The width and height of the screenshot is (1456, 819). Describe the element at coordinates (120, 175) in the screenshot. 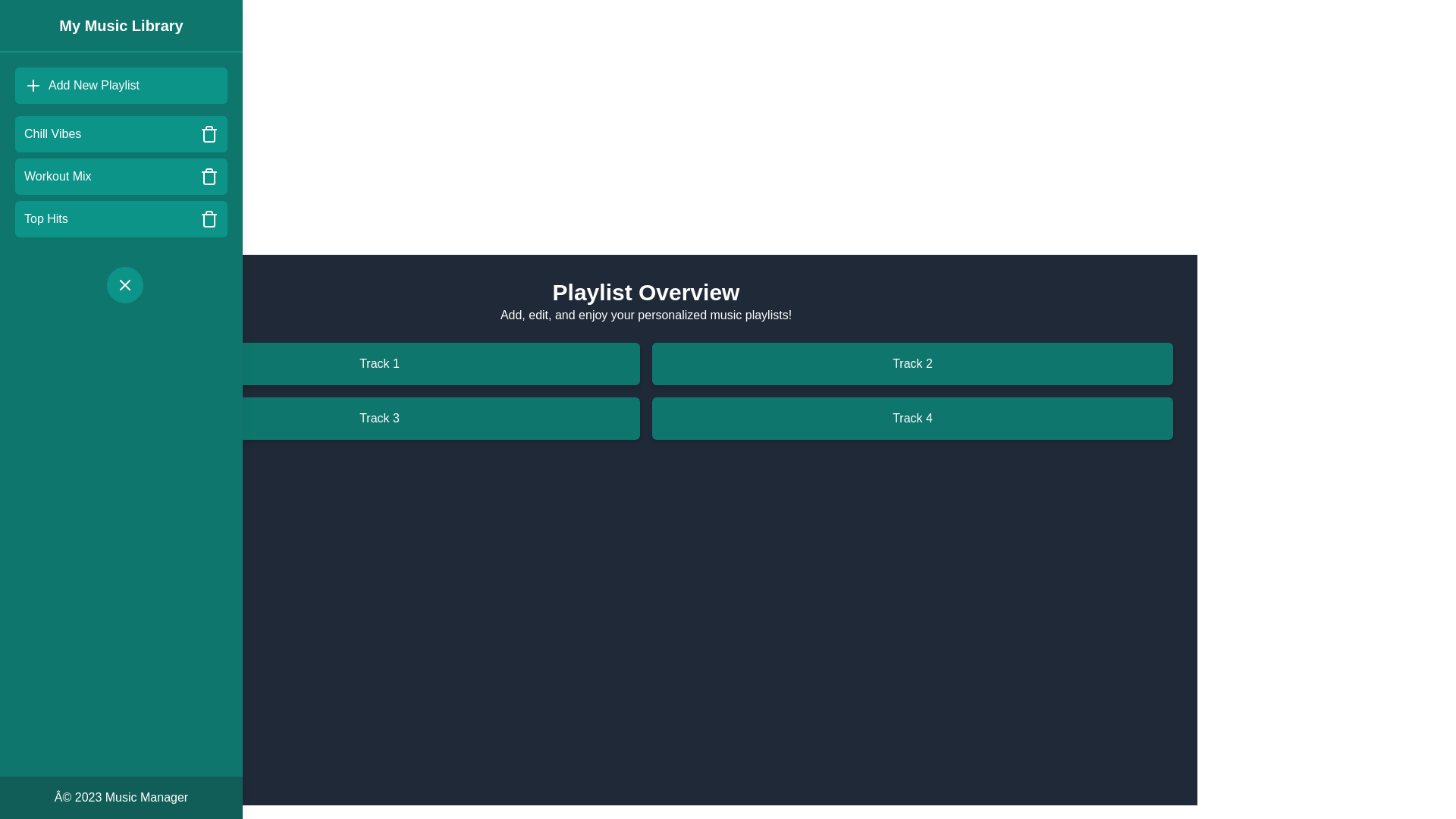

I see `the 'Workout Mix' playlist button, which is positioned` at that location.